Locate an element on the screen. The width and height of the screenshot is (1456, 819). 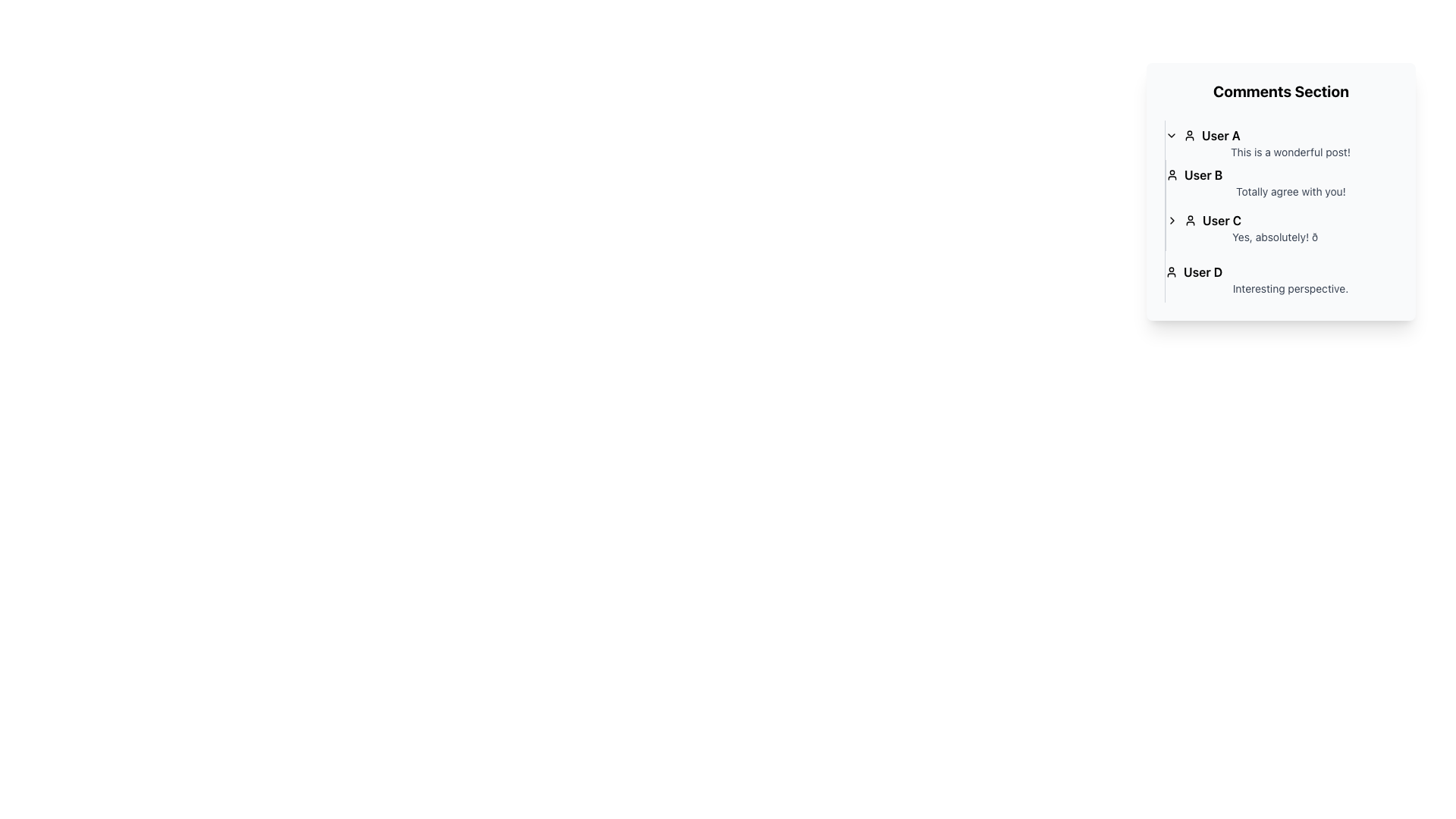
the SVG-based user avatar icon, which is a simplistic outline of a person, located in the third comment entry immediately to the left of 'User C' is located at coordinates (1189, 220).